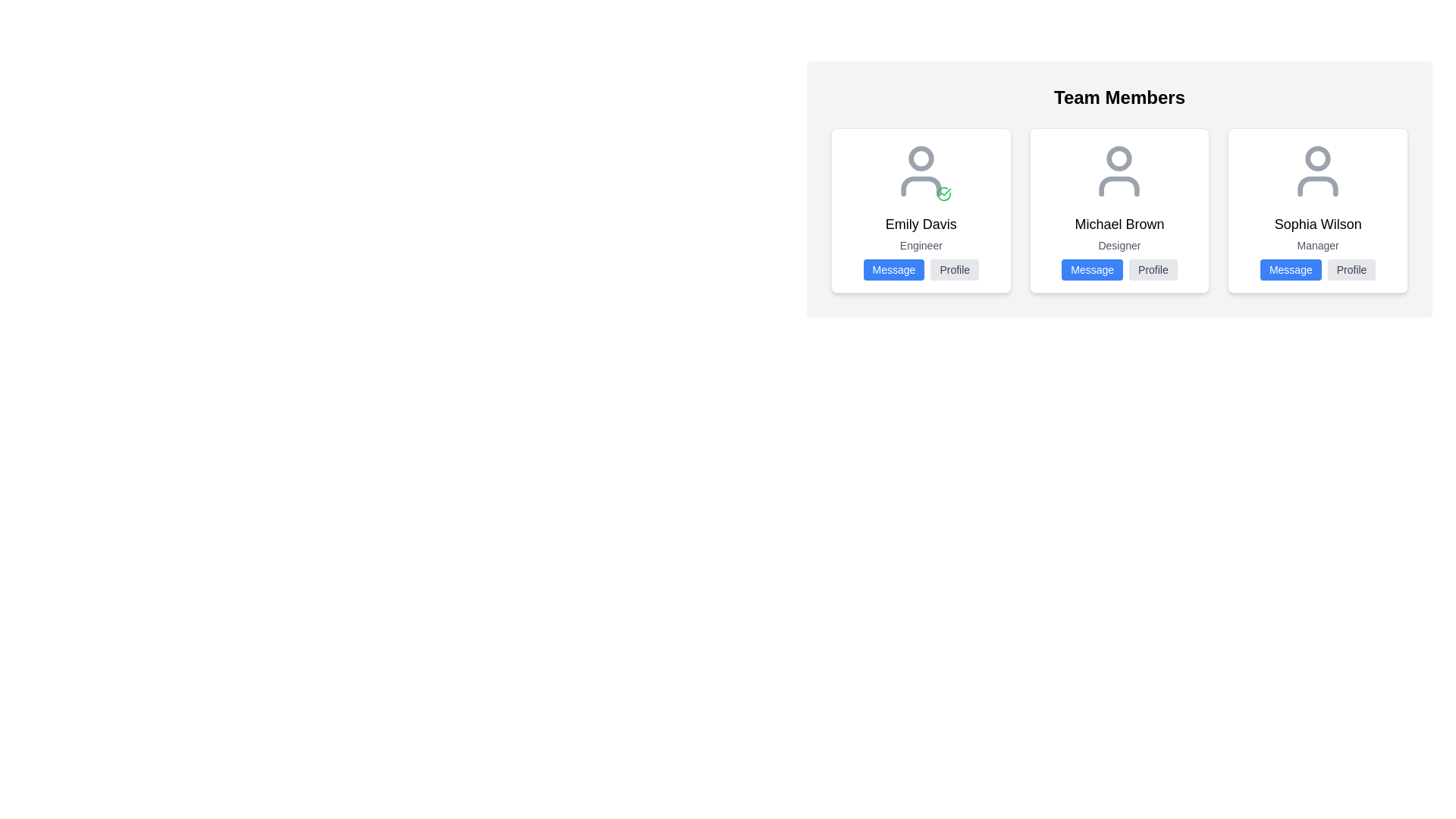  I want to click on the SVG Shape representing the body or base of the user avatar, located under the circular portion of the avatar icon in the middle card of the three displayed under 'Team Members.', so click(1119, 186).